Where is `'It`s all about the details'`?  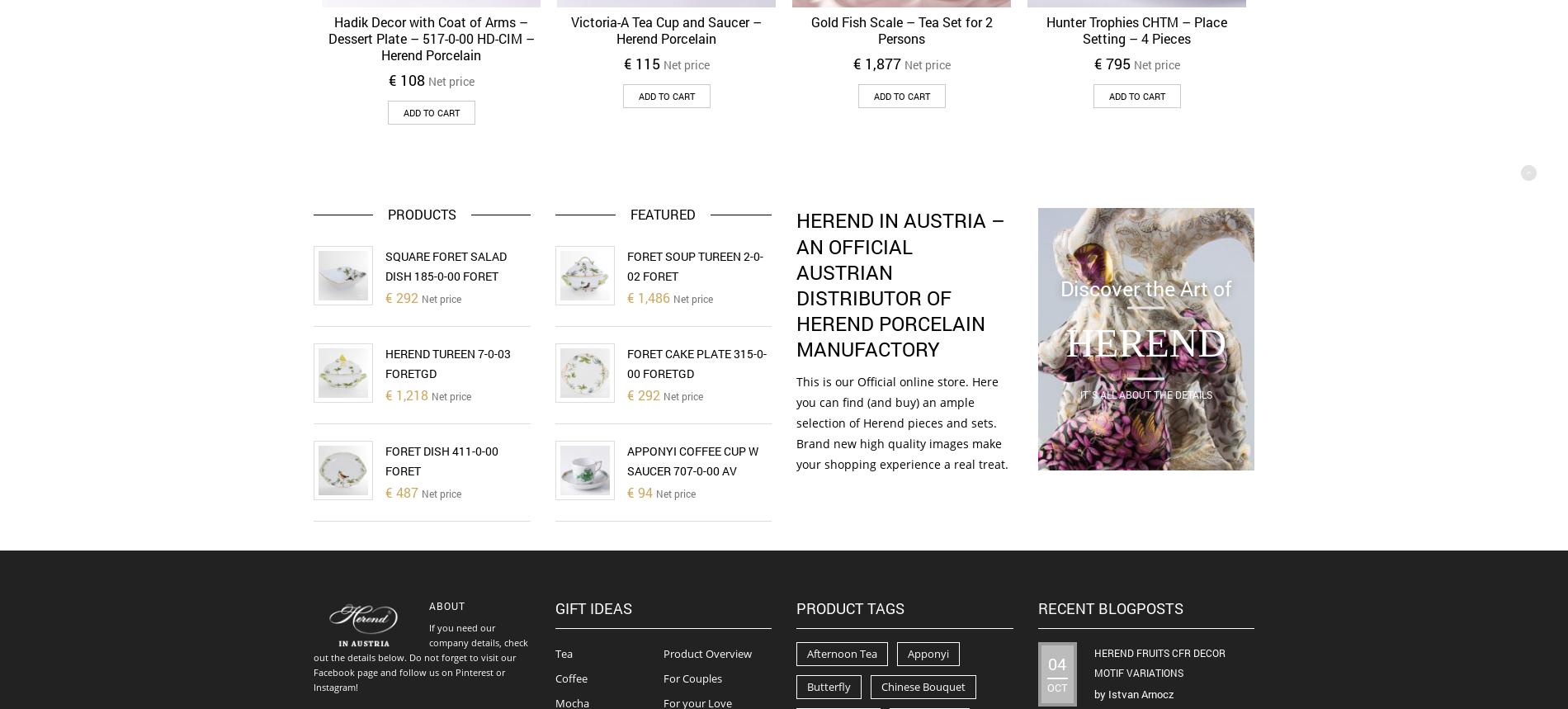
'It`s all about the details' is located at coordinates (1078, 393).